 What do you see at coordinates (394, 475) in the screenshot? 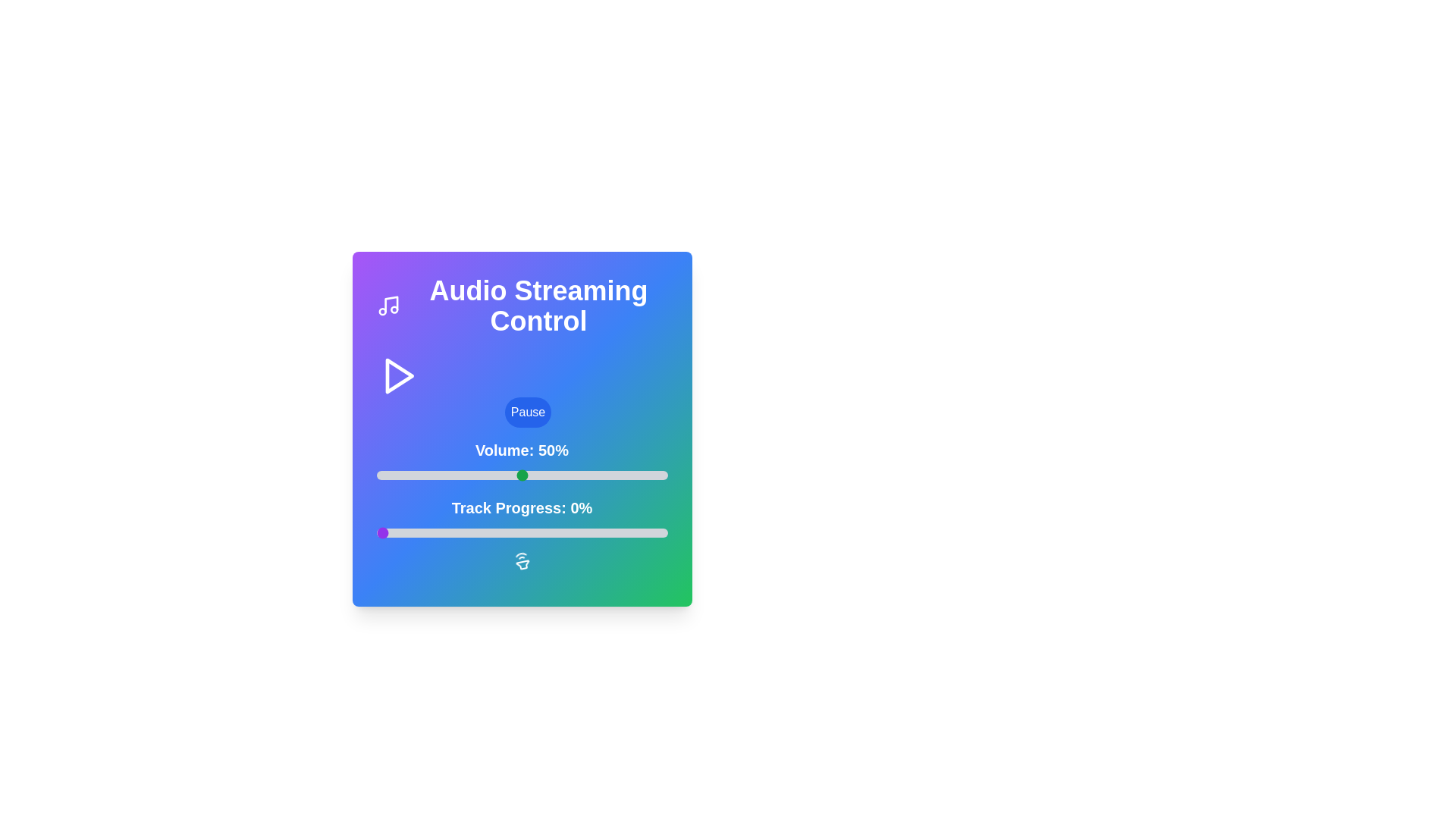
I see `the volume slider to 6%` at bounding box center [394, 475].